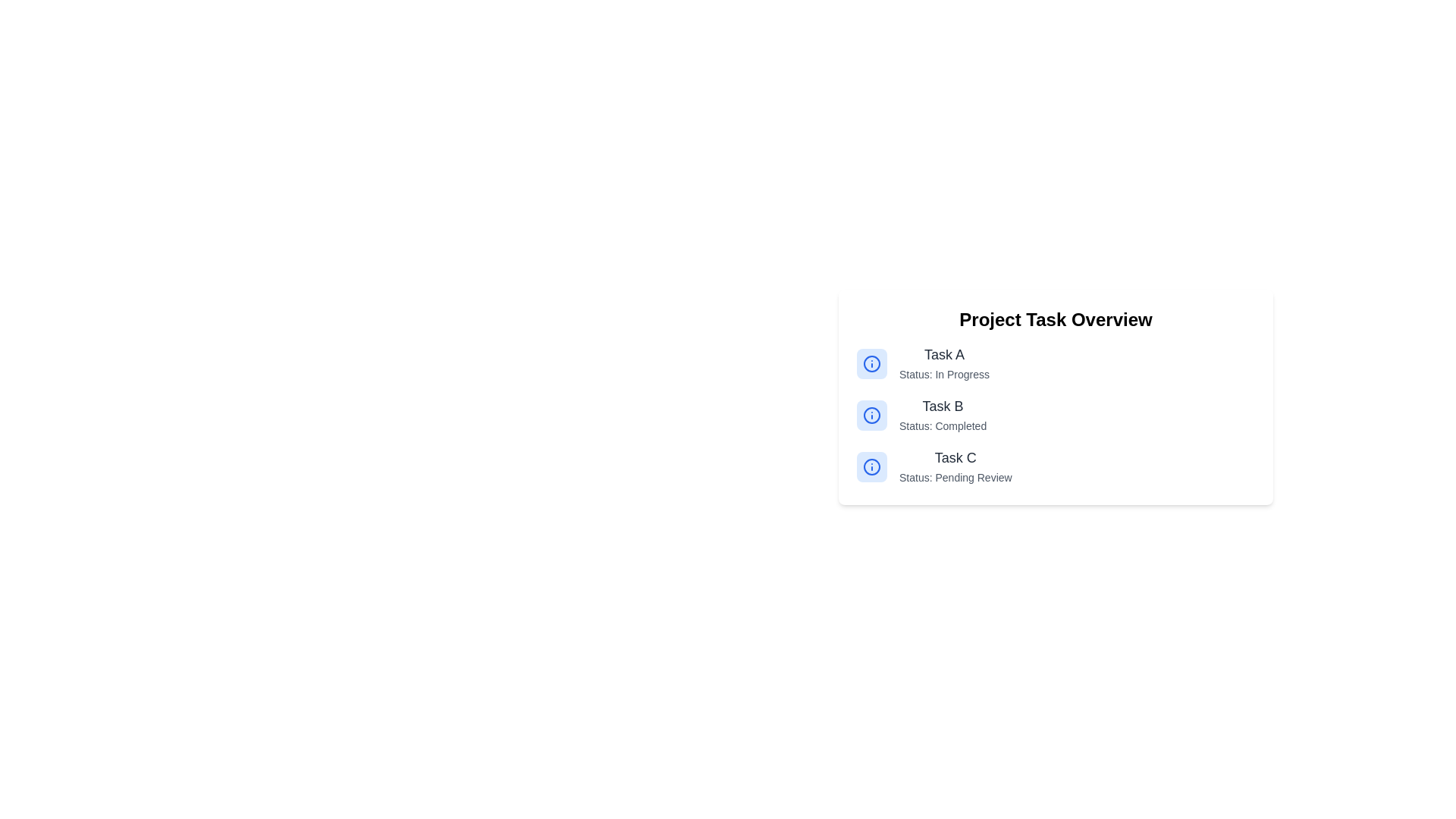 Image resolution: width=1456 pixels, height=819 pixels. Describe the element at coordinates (1055, 415) in the screenshot. I see `task details displayed in the Information Display Panel for 'Task B', which shows the status as 'Completed'` at that location.